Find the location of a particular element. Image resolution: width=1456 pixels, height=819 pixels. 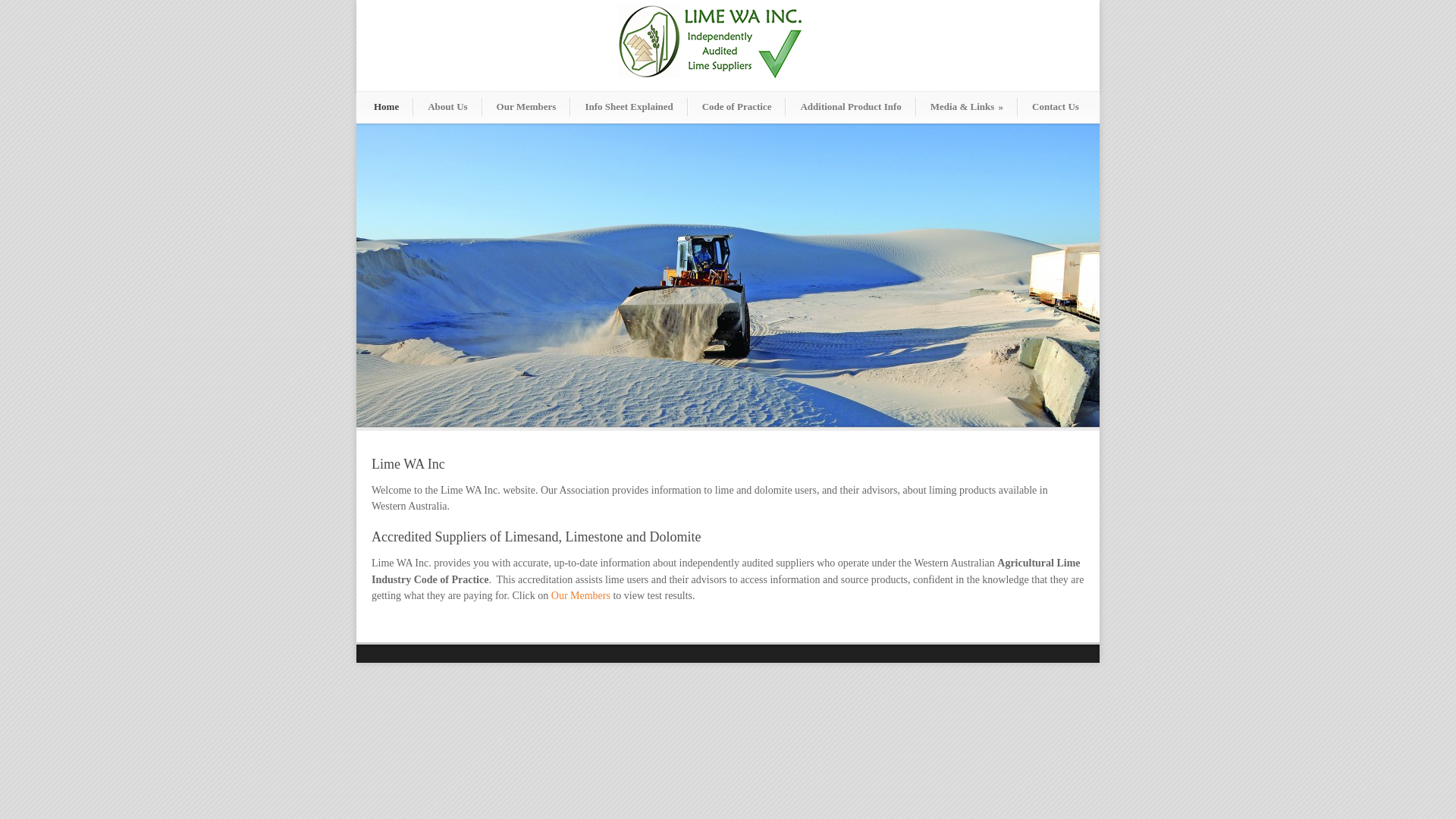

'Code of Practice' is located at coordinates (737, 106).